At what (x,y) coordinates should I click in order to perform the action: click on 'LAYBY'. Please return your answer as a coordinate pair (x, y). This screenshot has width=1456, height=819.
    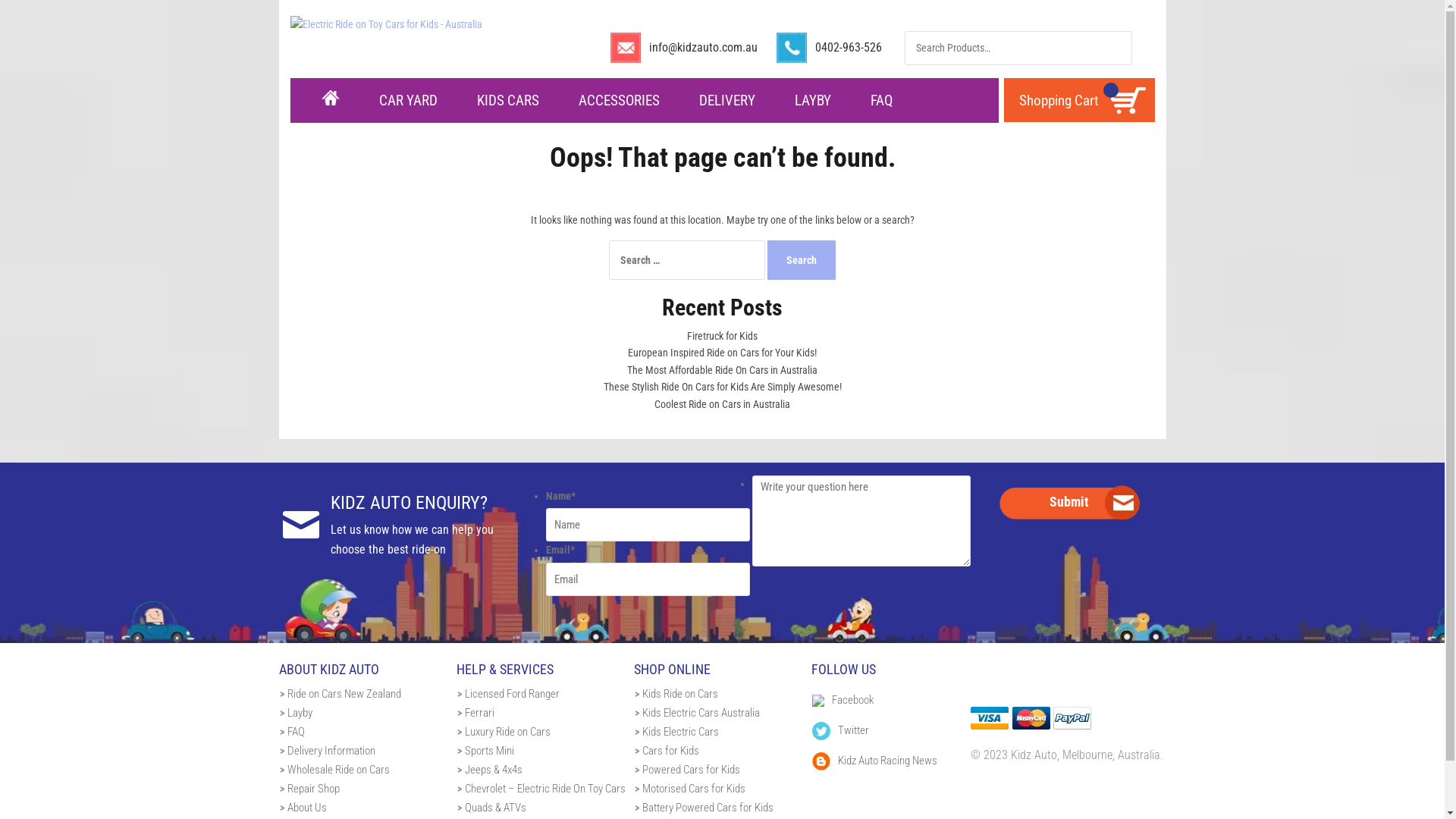
    Looking at the image, I should click on (811, 101).